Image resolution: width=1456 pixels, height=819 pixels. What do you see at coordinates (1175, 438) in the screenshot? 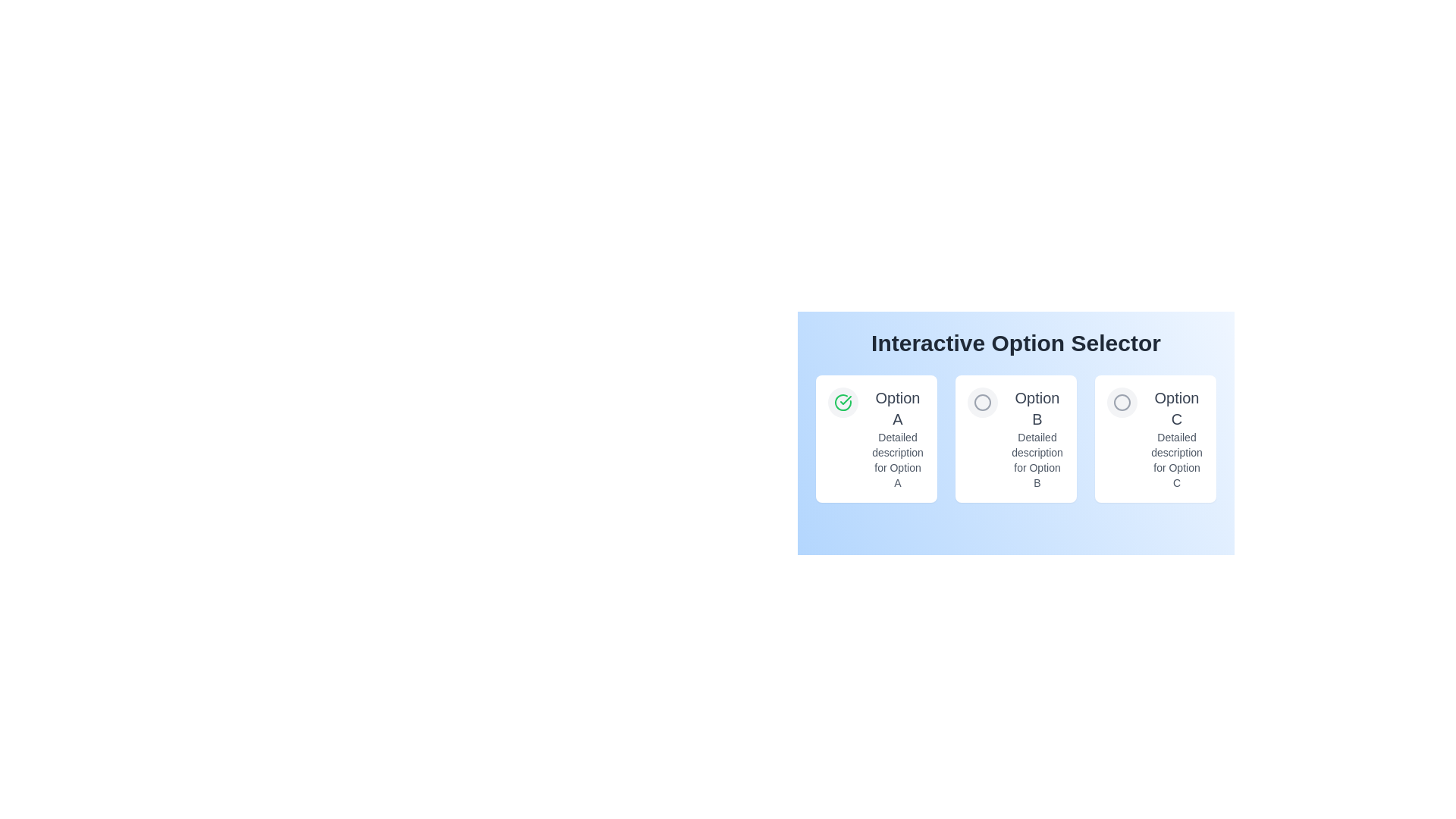
I see `the third selectable option in a group of options, positioned to the right of 'Option B'` at bounding box center [1175, 438].